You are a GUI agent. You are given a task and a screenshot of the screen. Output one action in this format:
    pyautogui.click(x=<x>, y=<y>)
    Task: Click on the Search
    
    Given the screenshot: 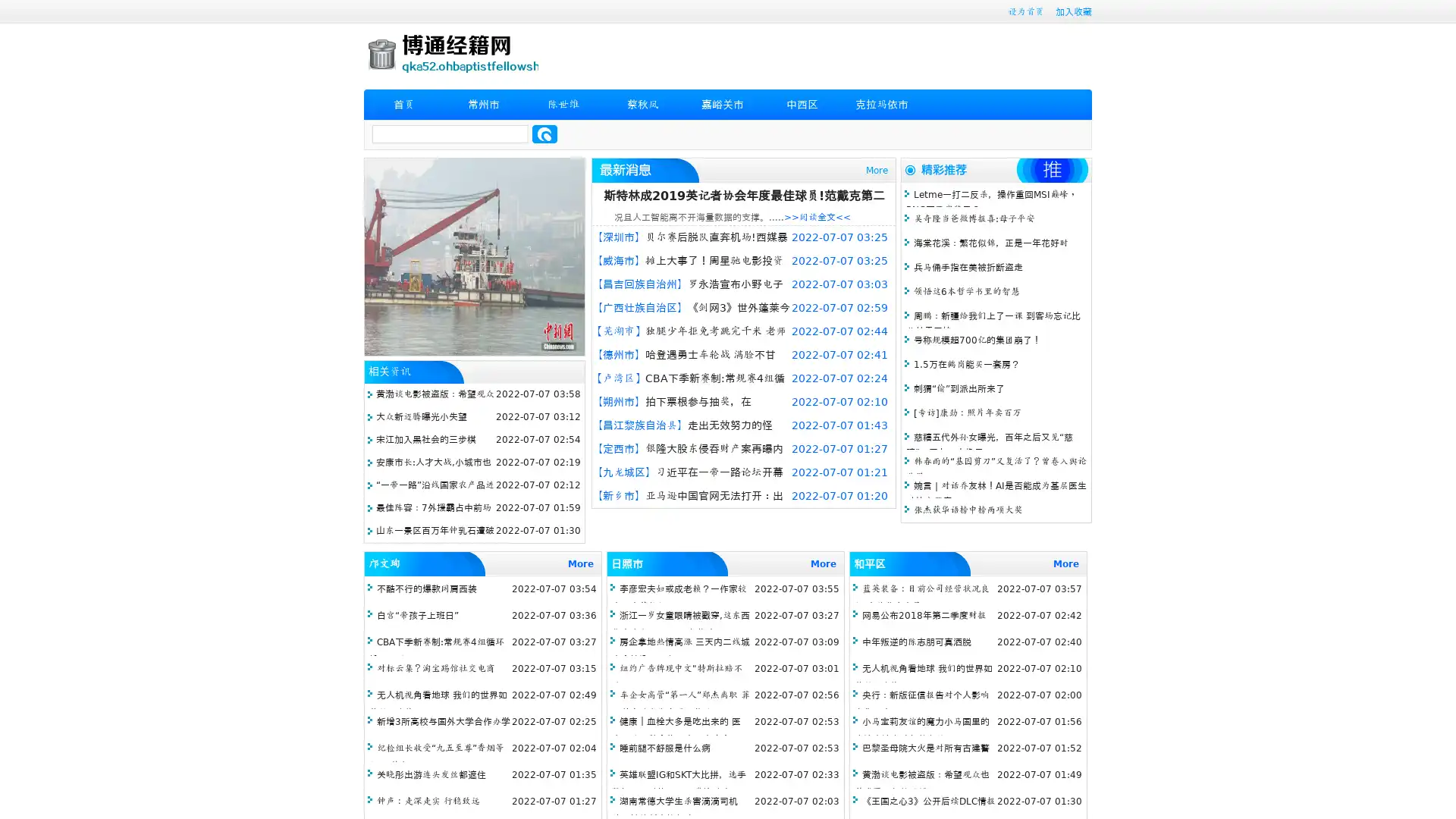 What is the action you would take?
    pyautogui.click(x=544, y=133)
    